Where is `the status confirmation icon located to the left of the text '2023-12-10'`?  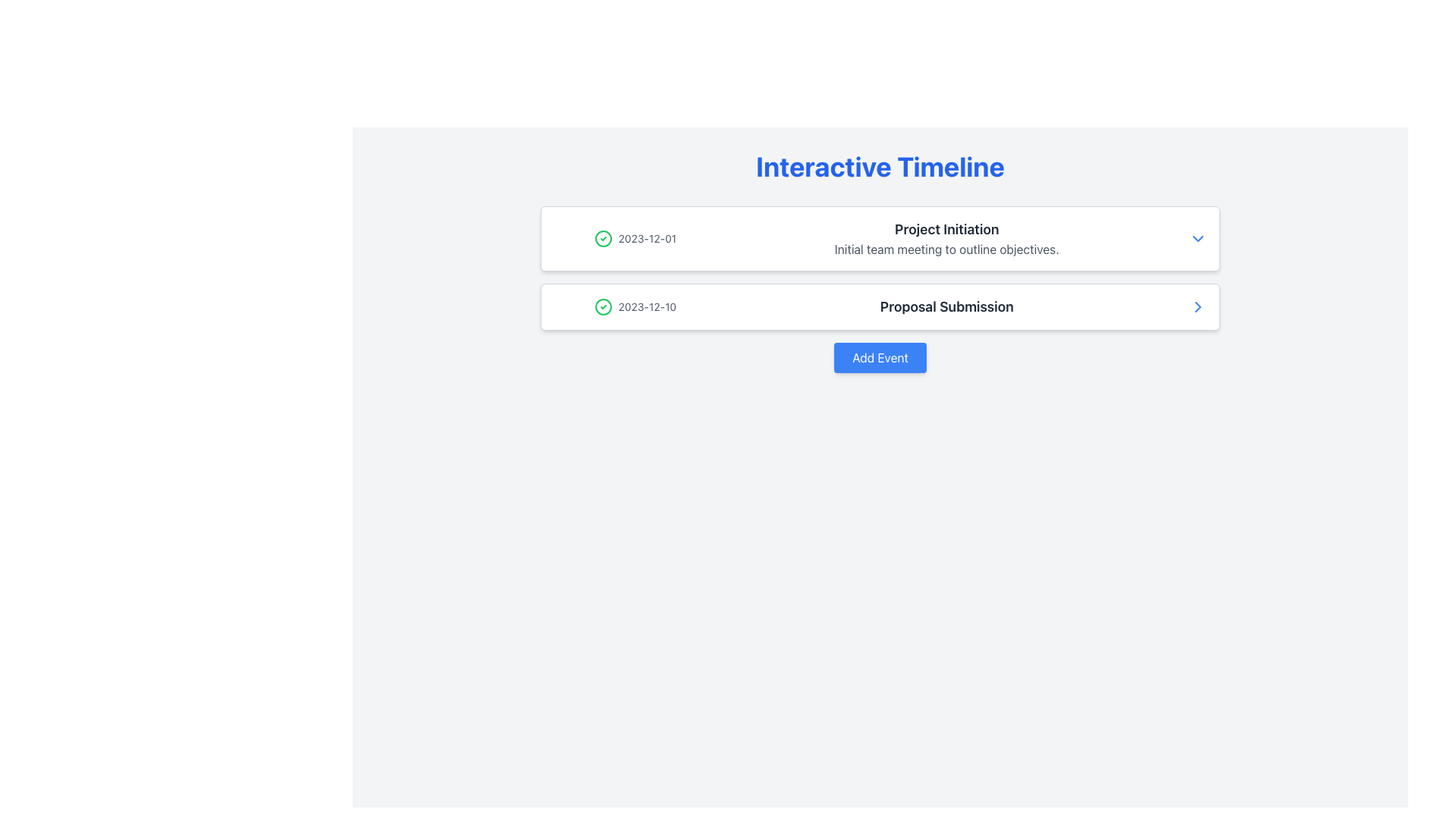 the status confirmation icon located to the left of the text '2023-12-10' is located at coordinates (602, 307).